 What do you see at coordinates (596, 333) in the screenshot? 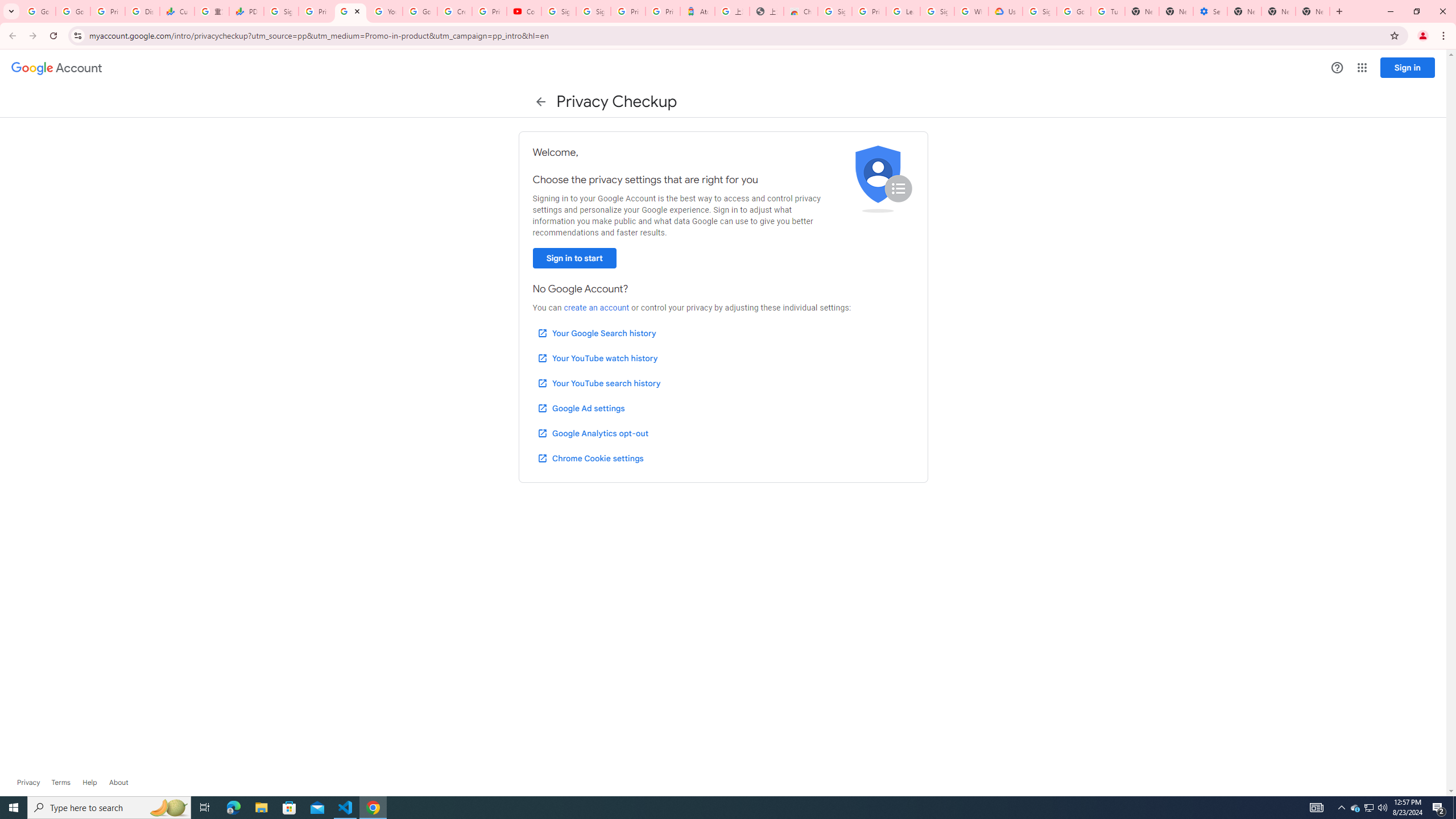
I see `'Your Google Search history'` at bounding box center [596, 333].